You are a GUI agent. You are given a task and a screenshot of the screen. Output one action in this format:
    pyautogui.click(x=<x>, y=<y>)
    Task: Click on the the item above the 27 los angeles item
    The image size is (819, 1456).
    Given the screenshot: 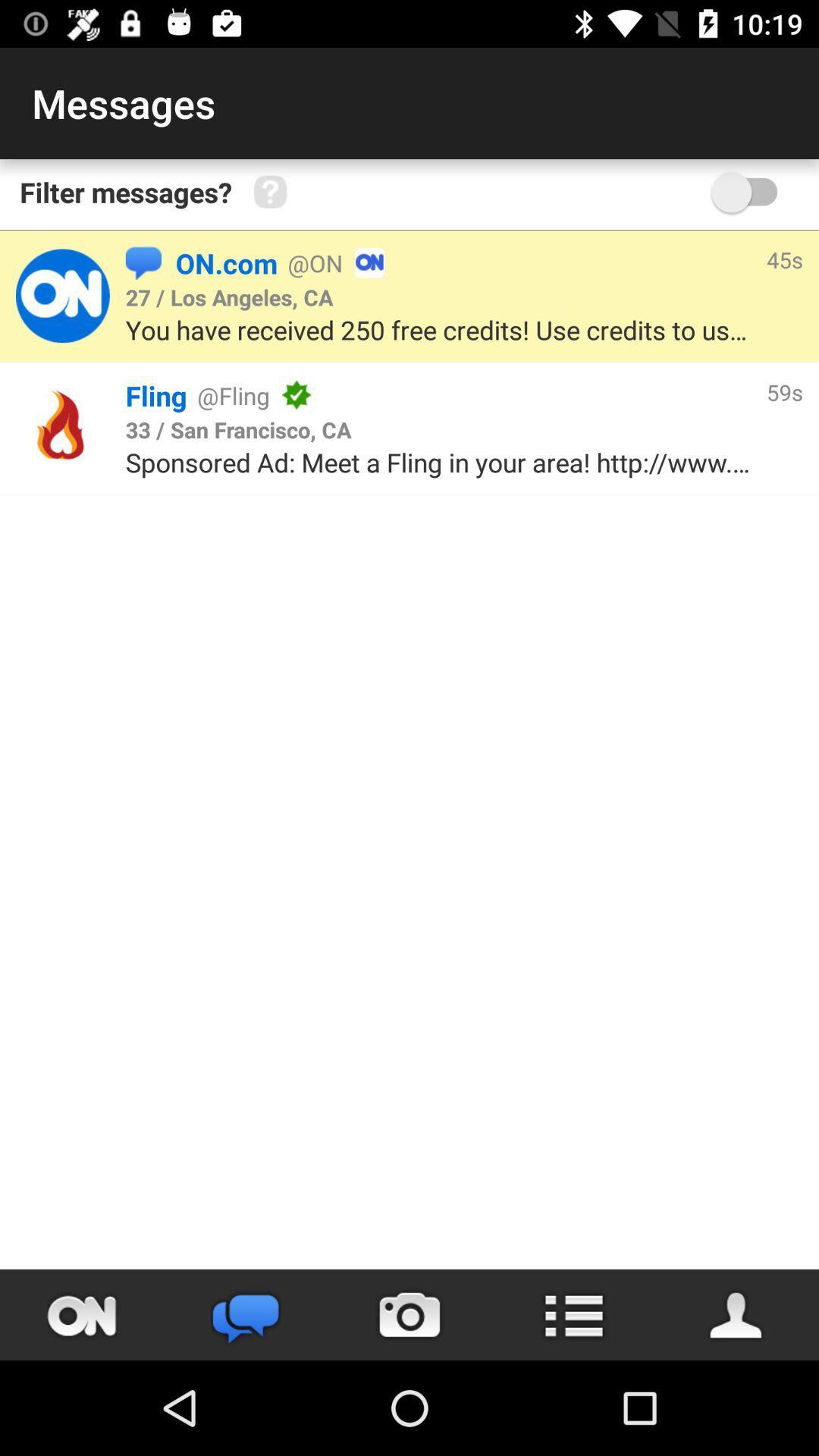 What is the action you would take?
    pyautogui.click(x=143, y=262)
    